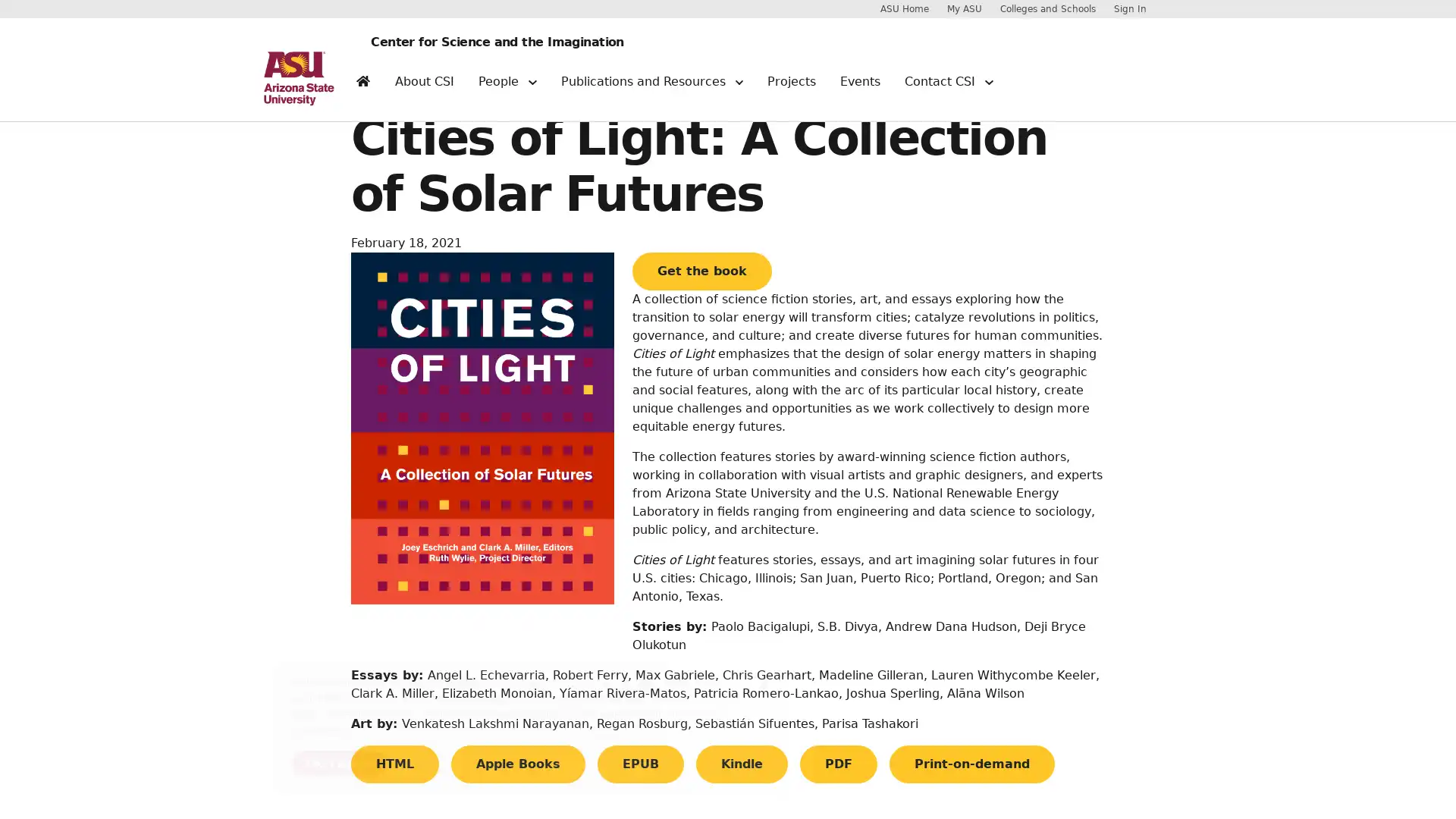 The image size is (1456, 819). I want to click on People, so click(507, 87).